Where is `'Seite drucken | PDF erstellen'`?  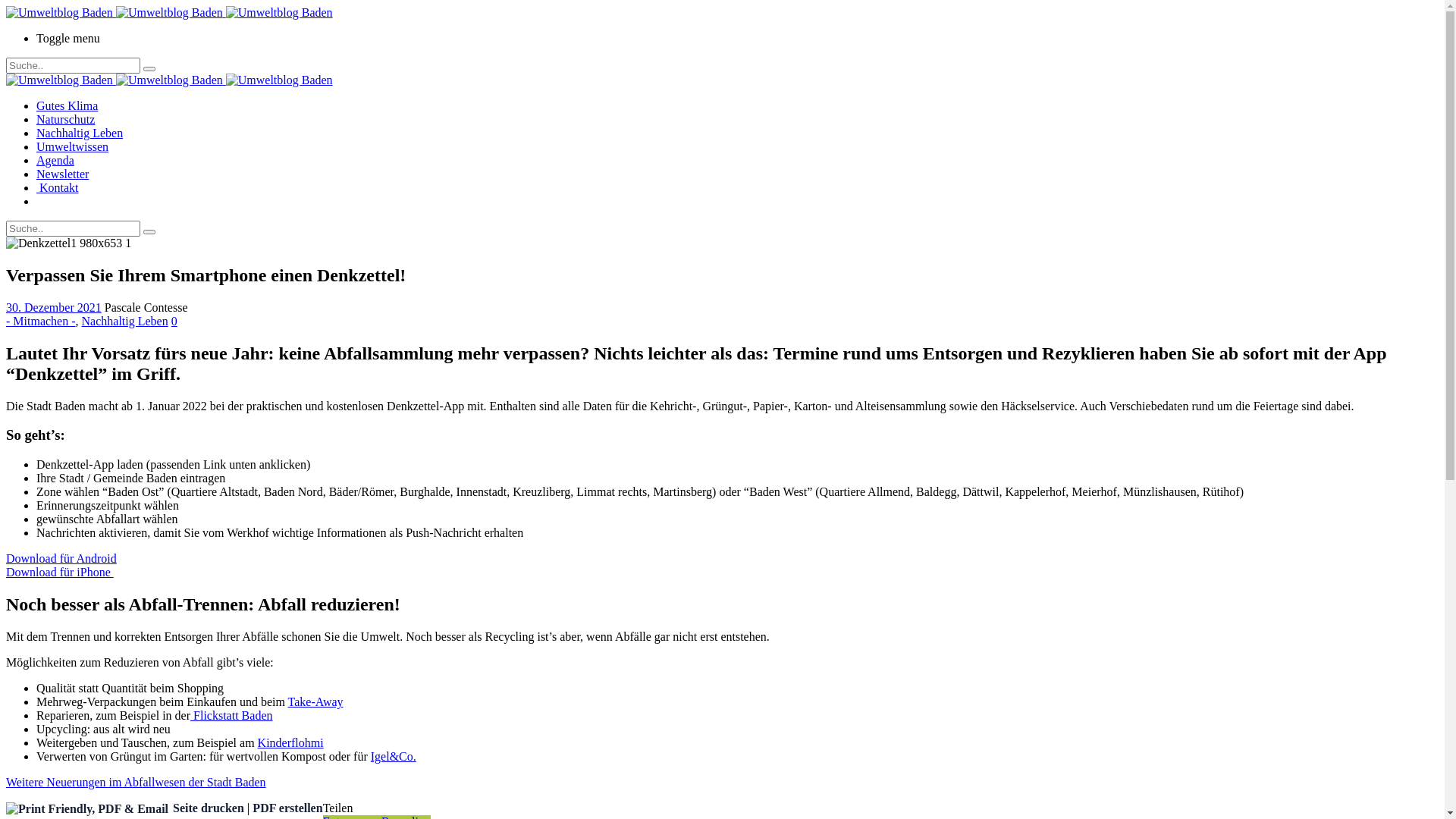
'Seite drucken | PDF erstellen' is located at coordinates (164, 807).